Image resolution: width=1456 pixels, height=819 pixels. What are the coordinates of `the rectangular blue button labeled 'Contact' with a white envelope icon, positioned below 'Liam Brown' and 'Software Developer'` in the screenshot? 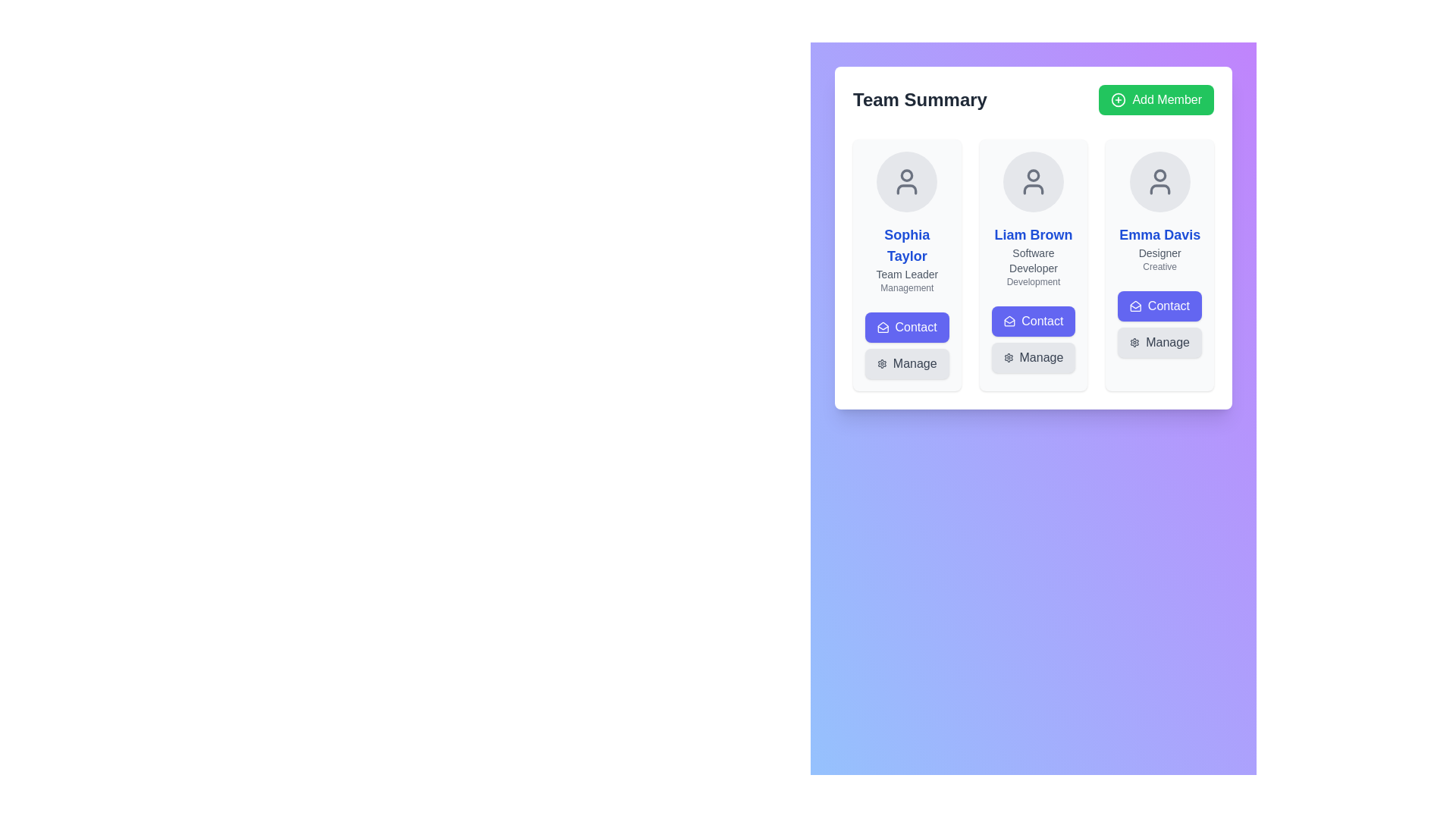 It's located at (1033, 321).